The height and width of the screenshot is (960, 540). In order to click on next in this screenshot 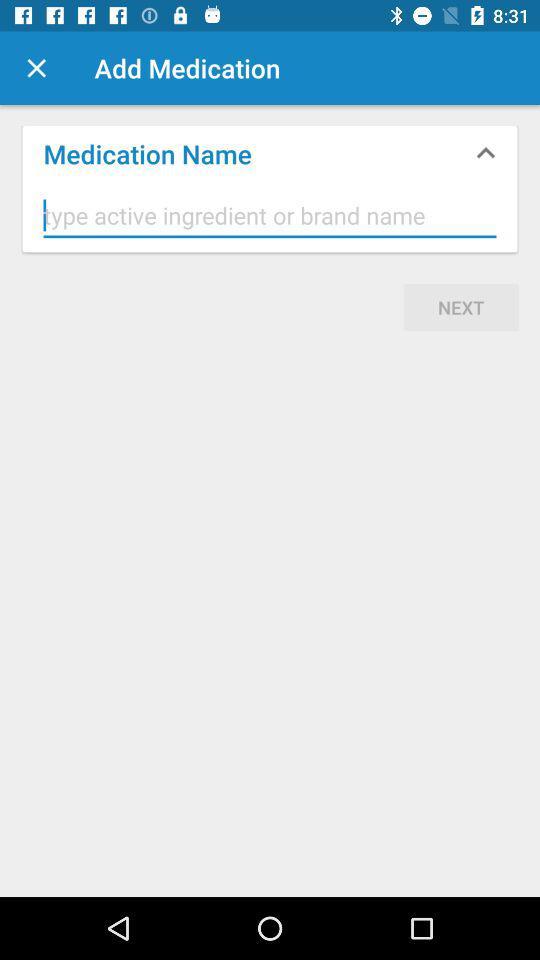, I will do `click(461, 307)`.